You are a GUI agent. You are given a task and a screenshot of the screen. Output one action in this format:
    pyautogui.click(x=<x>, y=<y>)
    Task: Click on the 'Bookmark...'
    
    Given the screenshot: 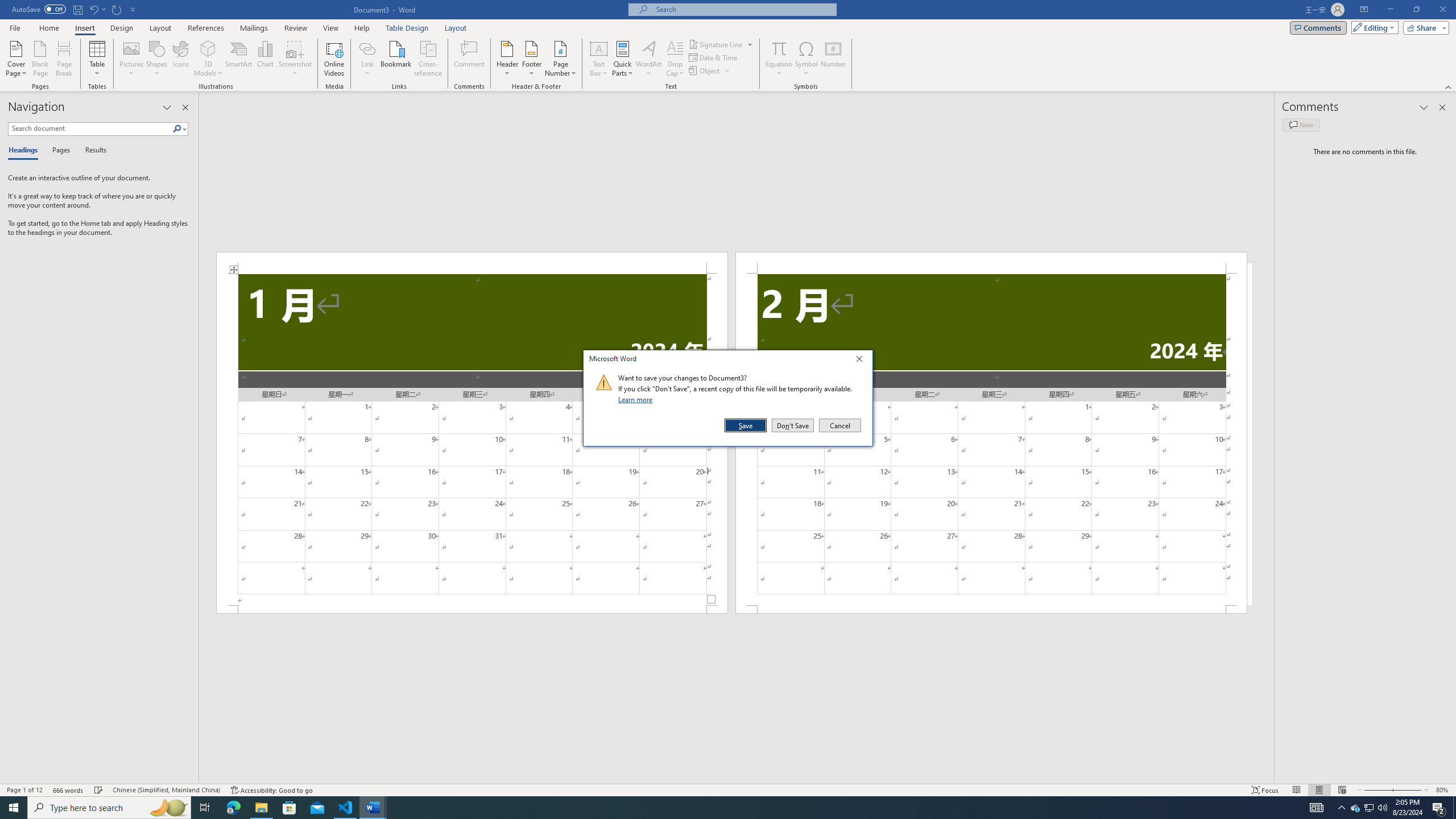 What is the action you would take?
    pyautogui.click(x=396, y=59)
    